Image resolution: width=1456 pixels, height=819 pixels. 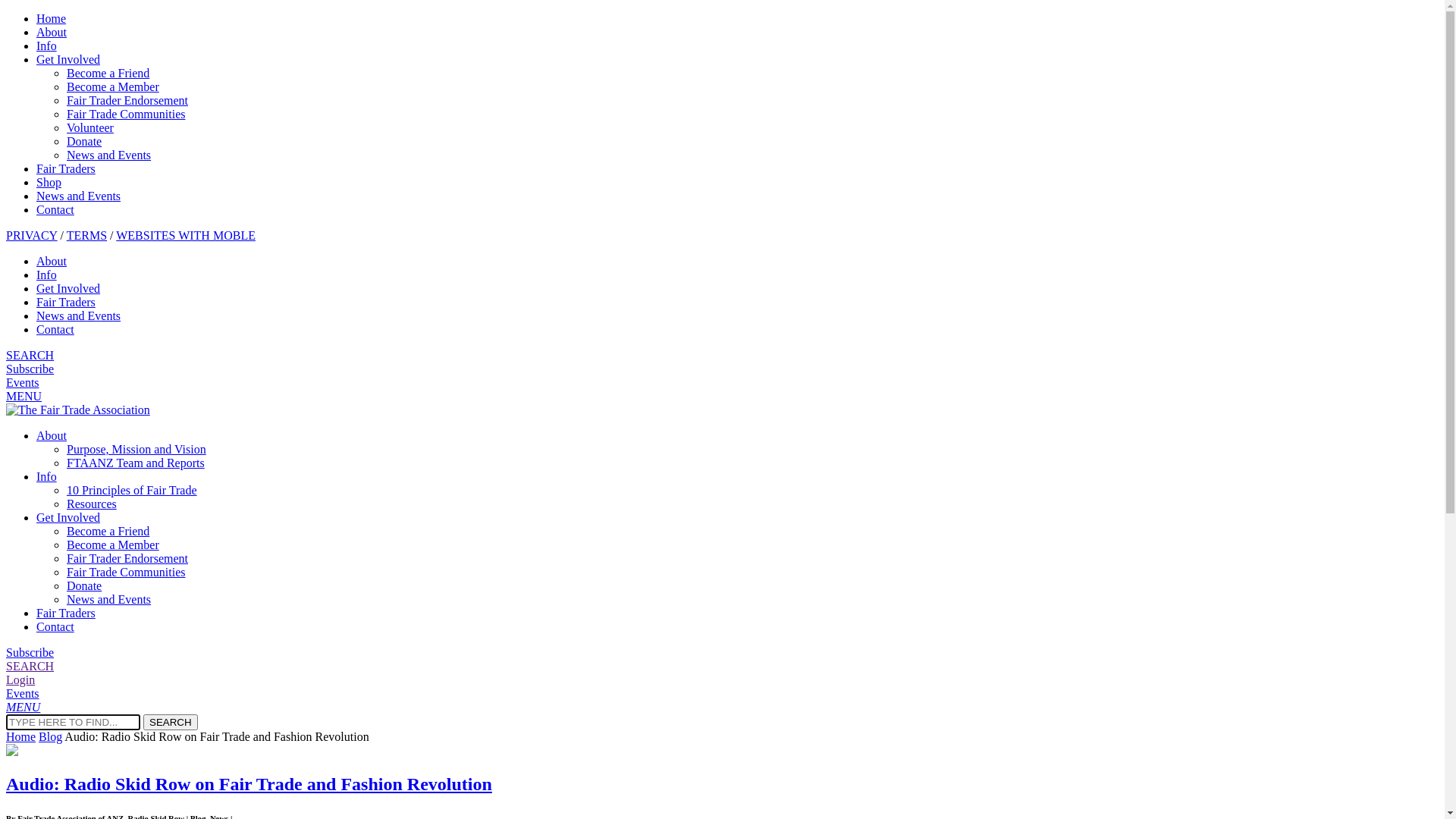 What do you see at coordinates (65, 235) in the screenshot?
I see `'TERMS'` at bounding box center [65, 235].